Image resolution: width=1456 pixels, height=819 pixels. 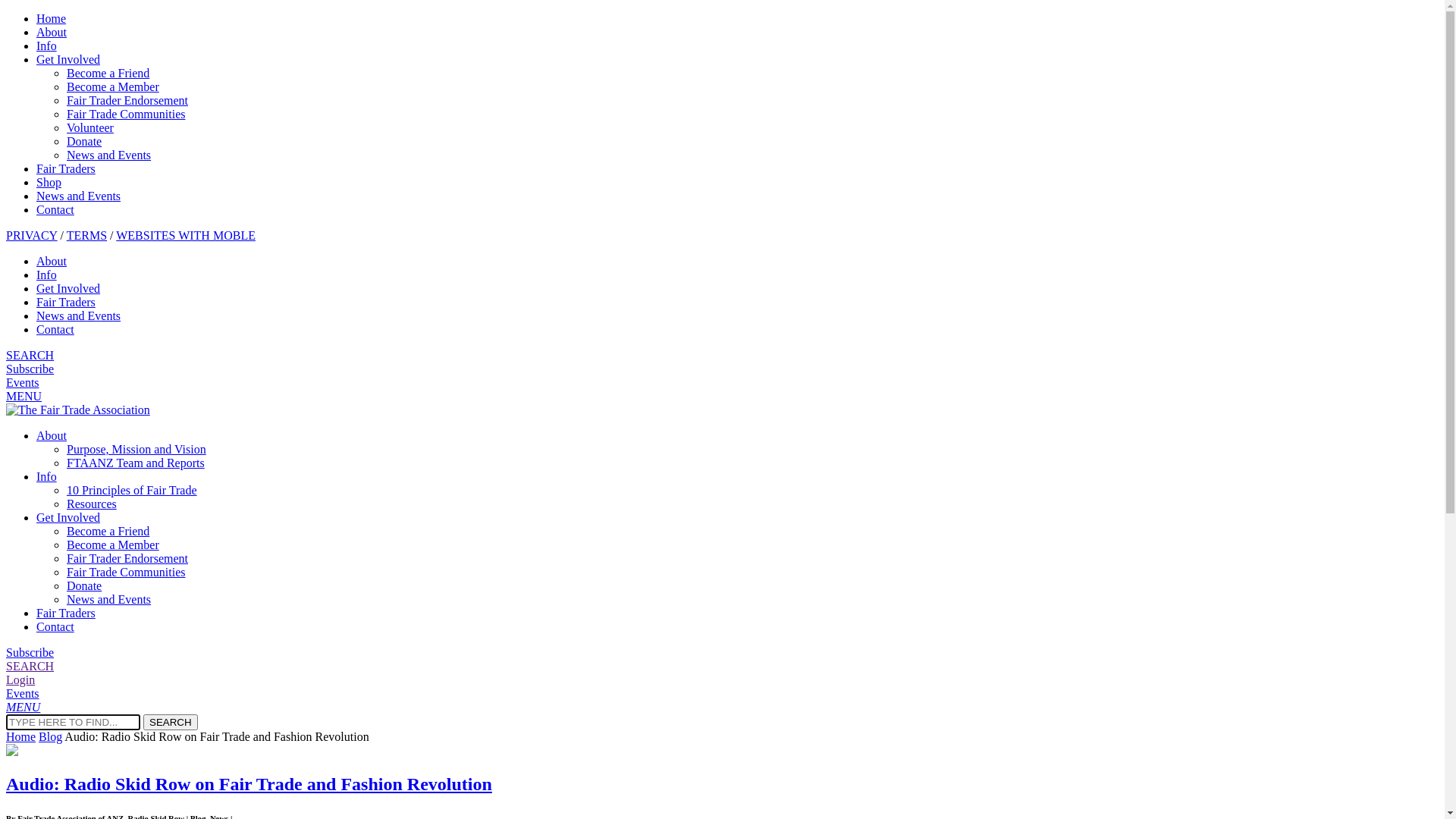 What do you see at coordinates (65, 235) in the screenshot?
I see `'TERMS'` at bounding box center [65, 235].